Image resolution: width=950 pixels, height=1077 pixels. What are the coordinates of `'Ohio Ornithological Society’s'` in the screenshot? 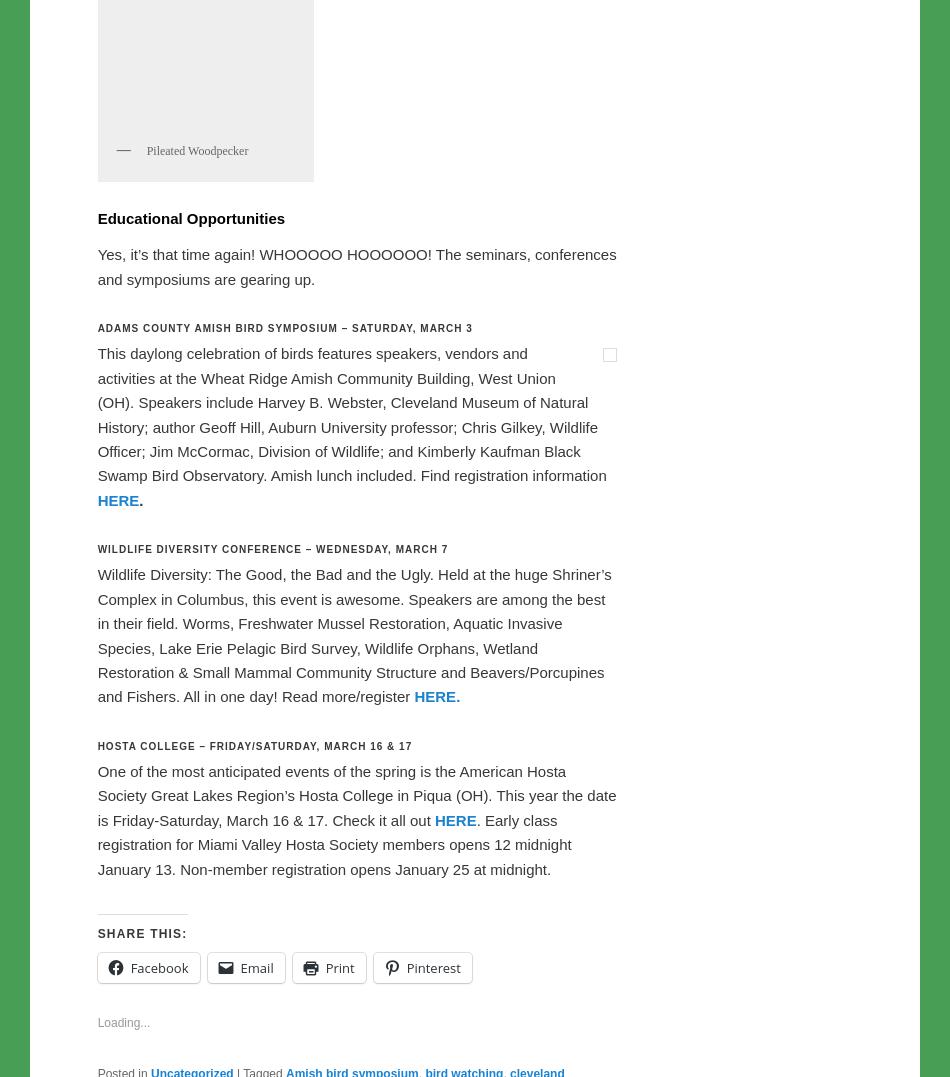 It's located at (434, 43).